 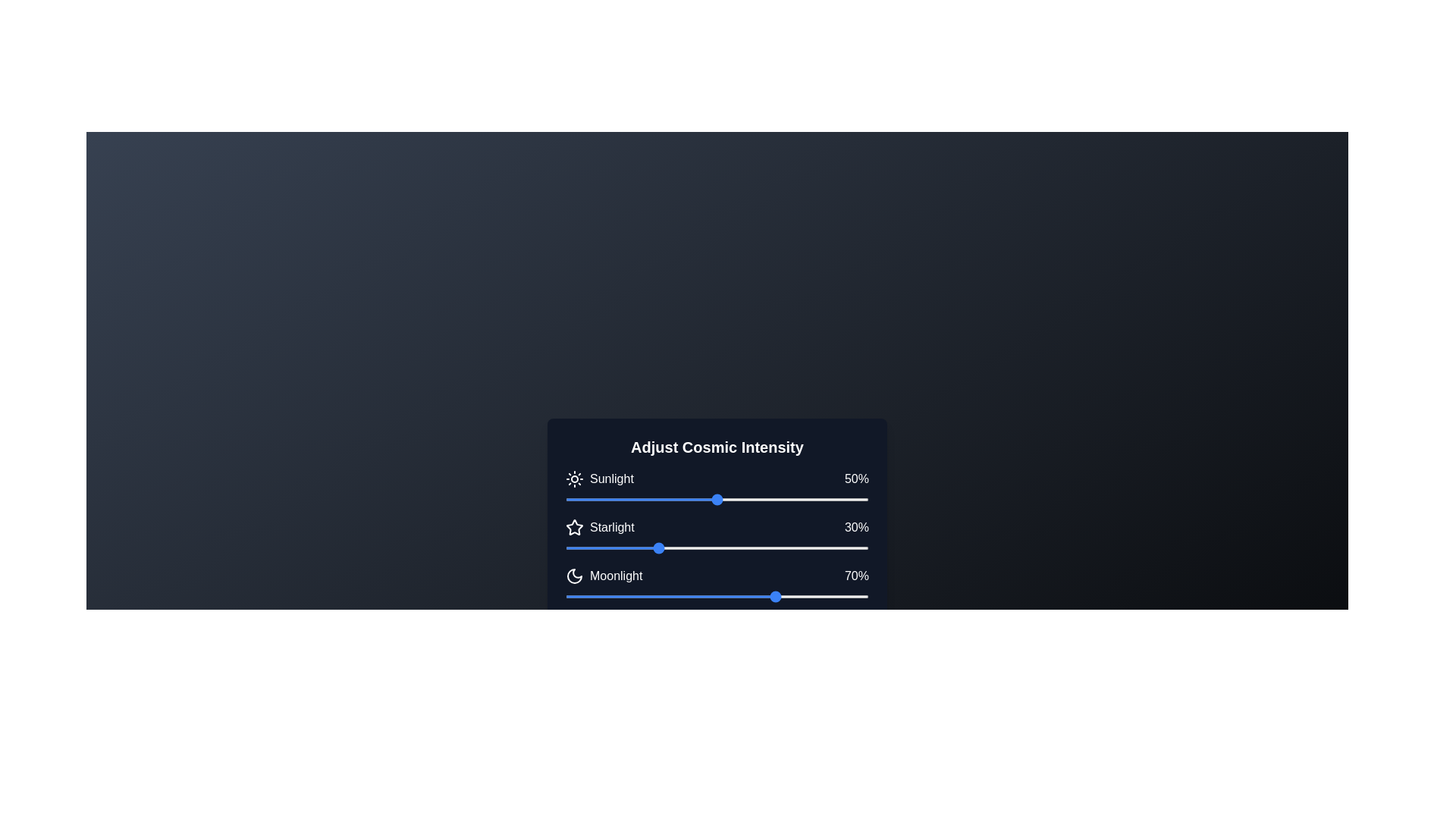 I want to click on the Moonlight slider to 71%, so click(x=781, y=595).